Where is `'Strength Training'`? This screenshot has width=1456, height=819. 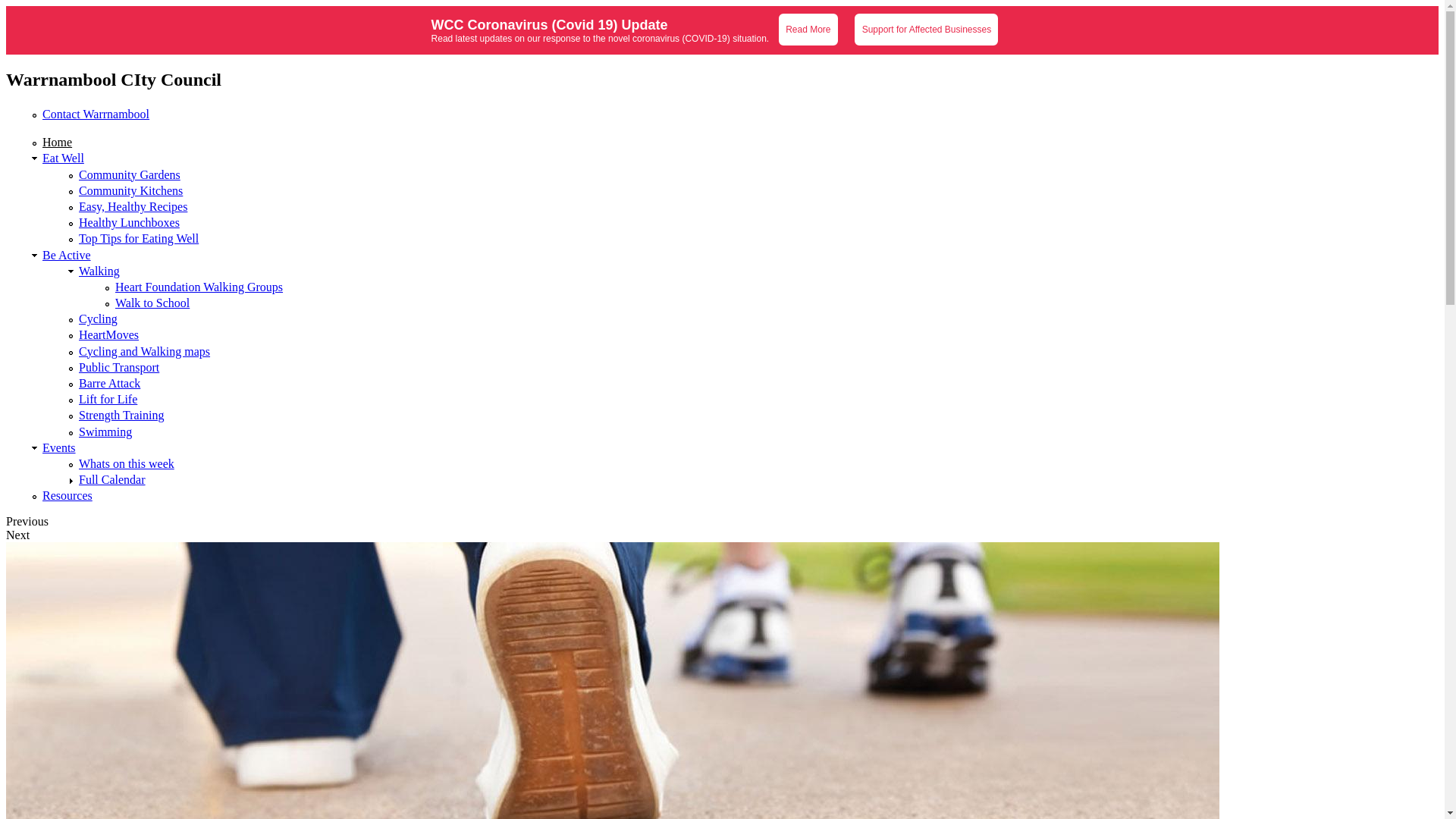 'Strength Training' is located at coordinates (120, 415).